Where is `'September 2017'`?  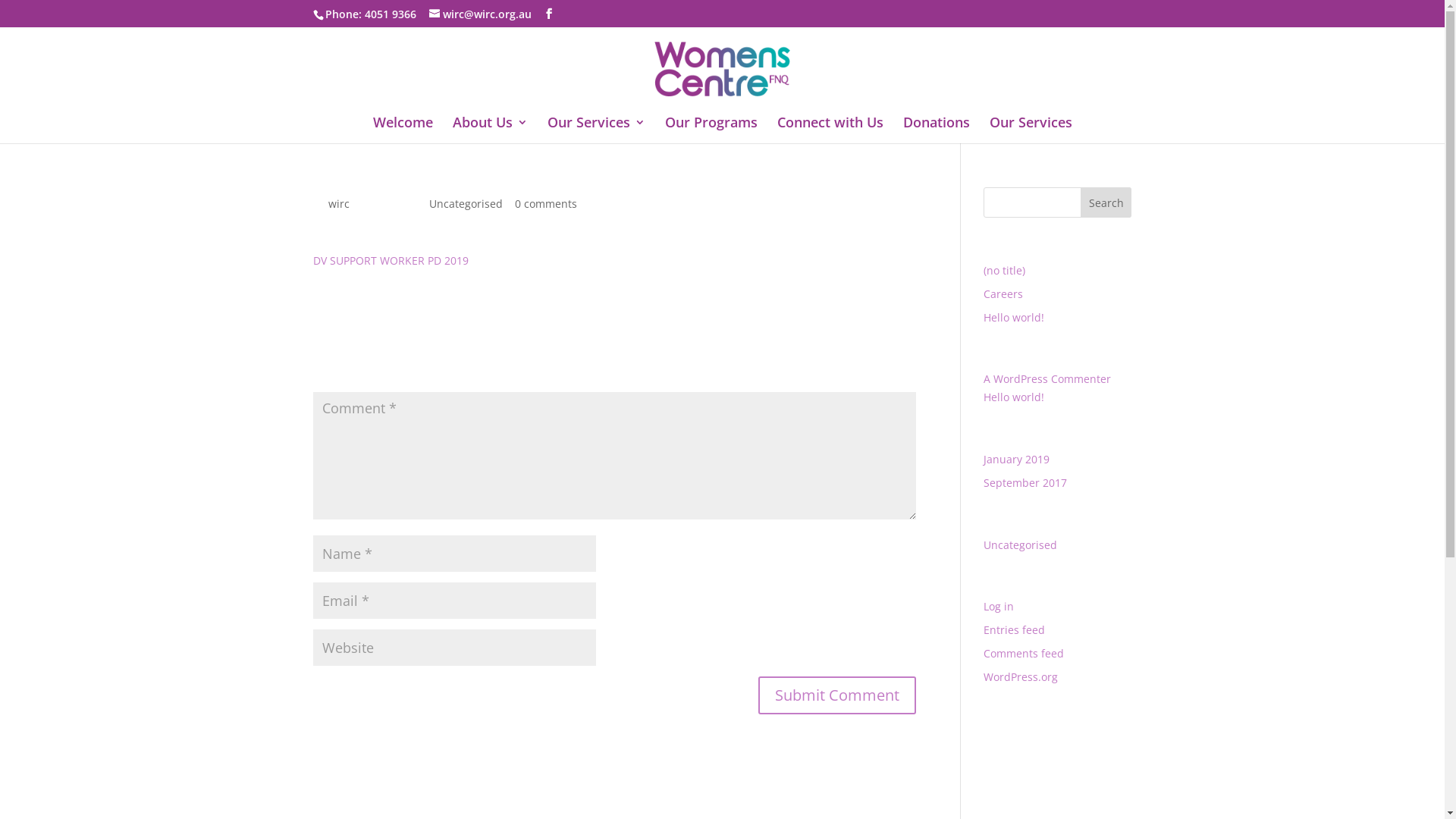 'September 2017' is located at coordinates (983, 482).